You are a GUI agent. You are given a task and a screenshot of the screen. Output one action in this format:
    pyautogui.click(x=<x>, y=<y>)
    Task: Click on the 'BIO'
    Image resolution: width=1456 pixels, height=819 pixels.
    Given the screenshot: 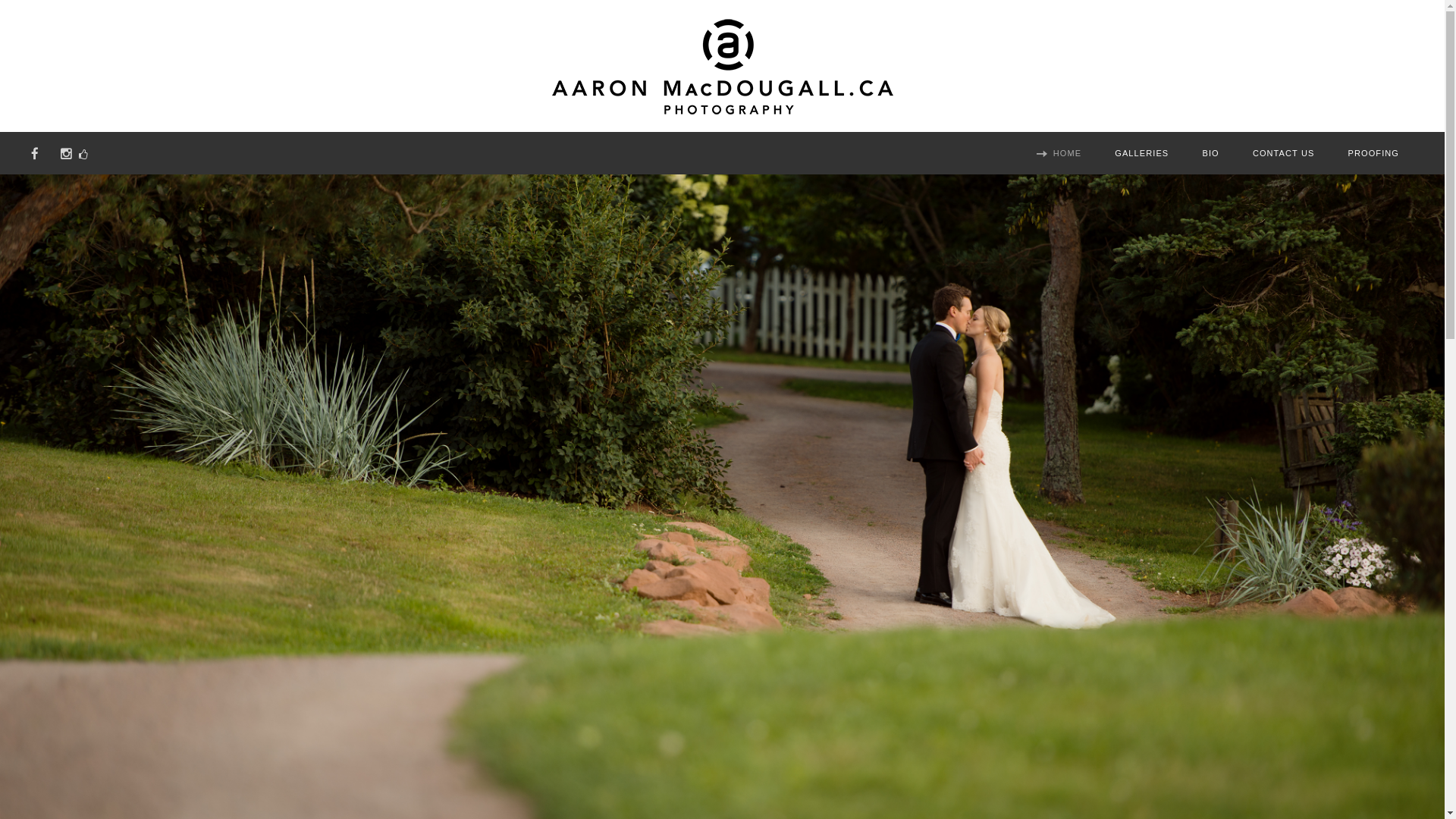 What is the action you would take?
    pyautogui.click(x=1185, y=155)
    